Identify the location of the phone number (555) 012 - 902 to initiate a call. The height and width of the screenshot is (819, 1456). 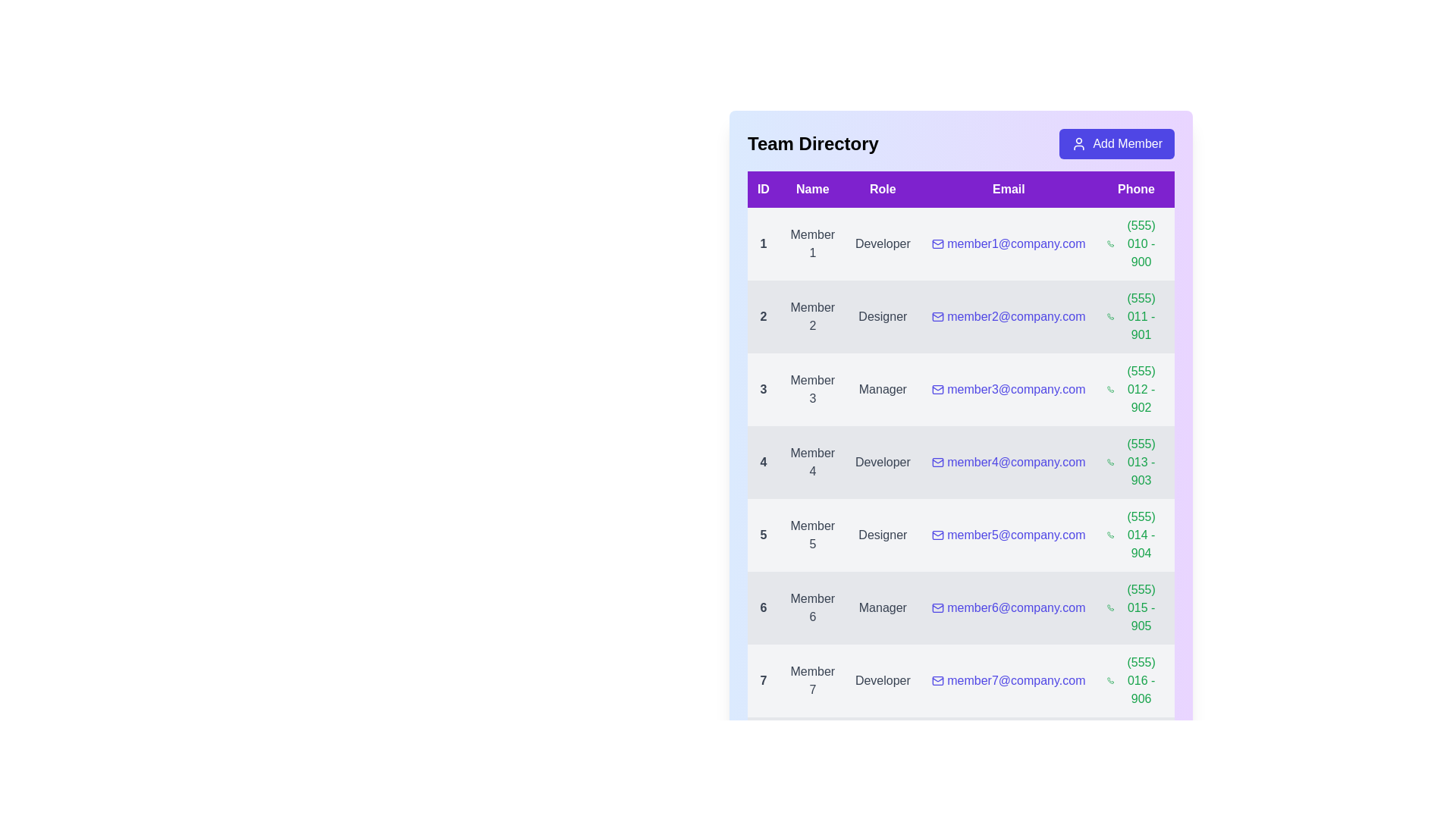
(1136, 388).